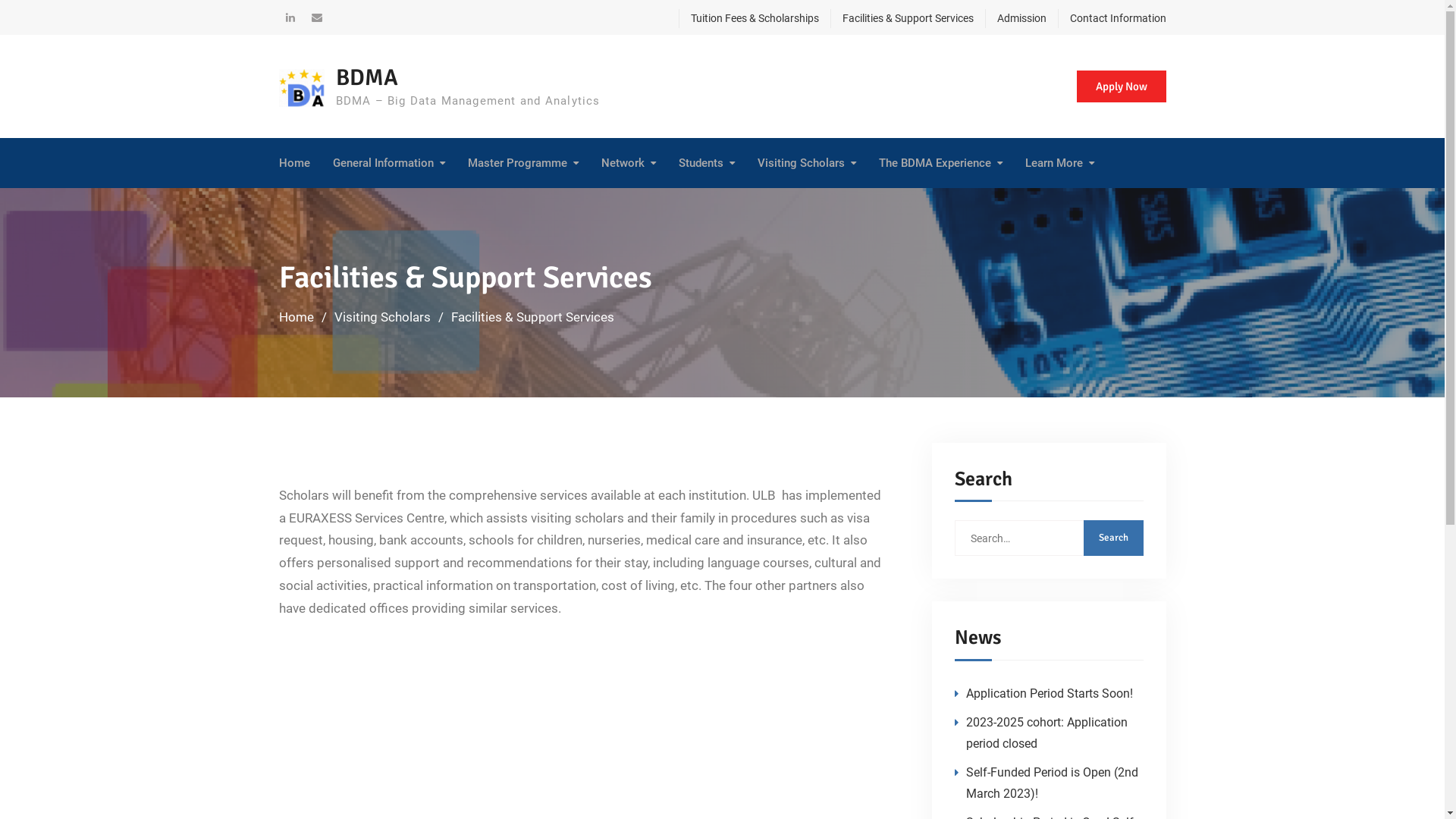 The width and height of the screenshot is (1456, 819). I want to click on 'Master Programme', so click(522, 163).